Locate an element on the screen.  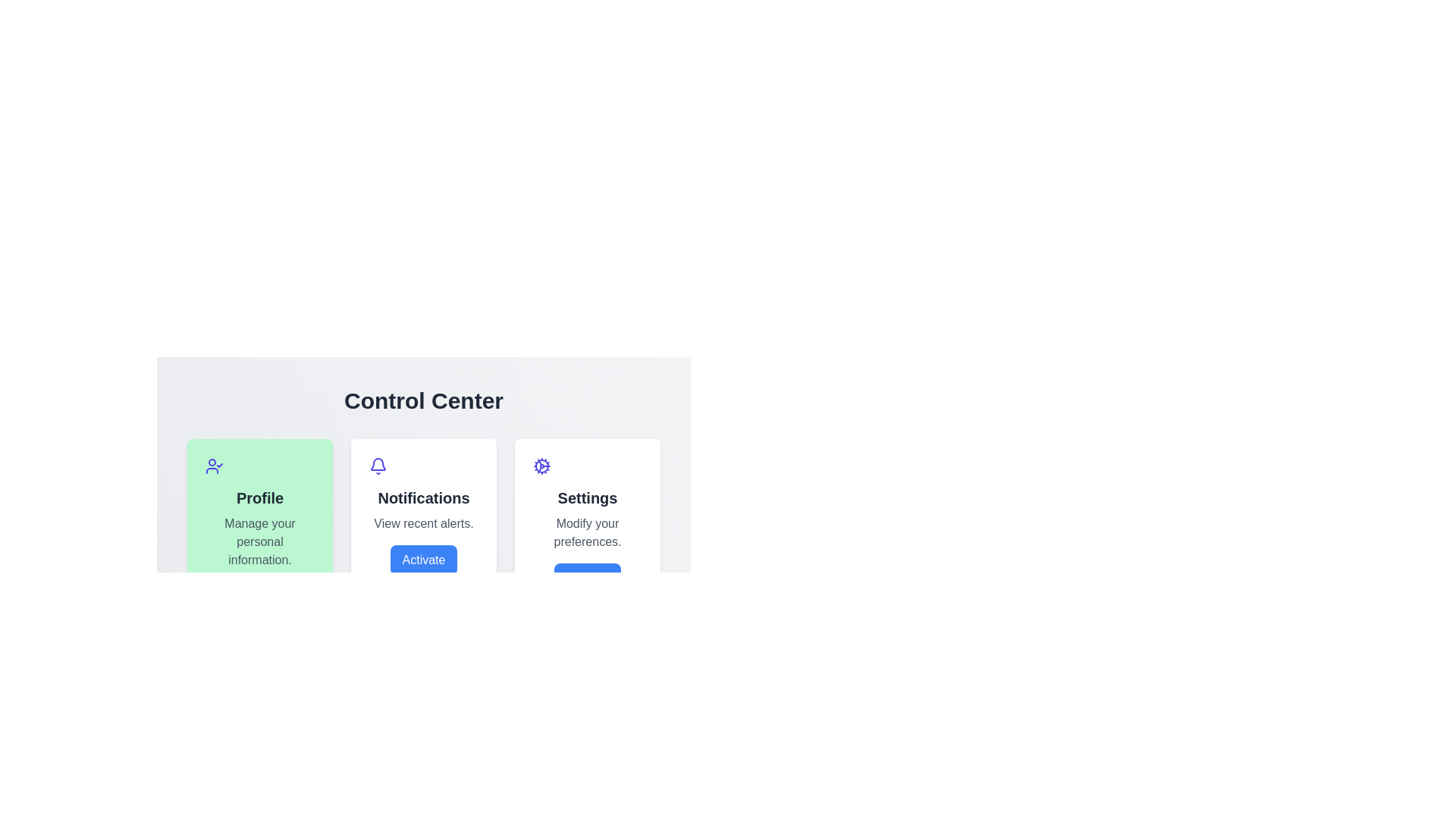
the 'Activate' button, which is a rounded rectangular button with a blue background and white text located at the bottom center of the 'Notifications' section is located at coordinates (423, 560).